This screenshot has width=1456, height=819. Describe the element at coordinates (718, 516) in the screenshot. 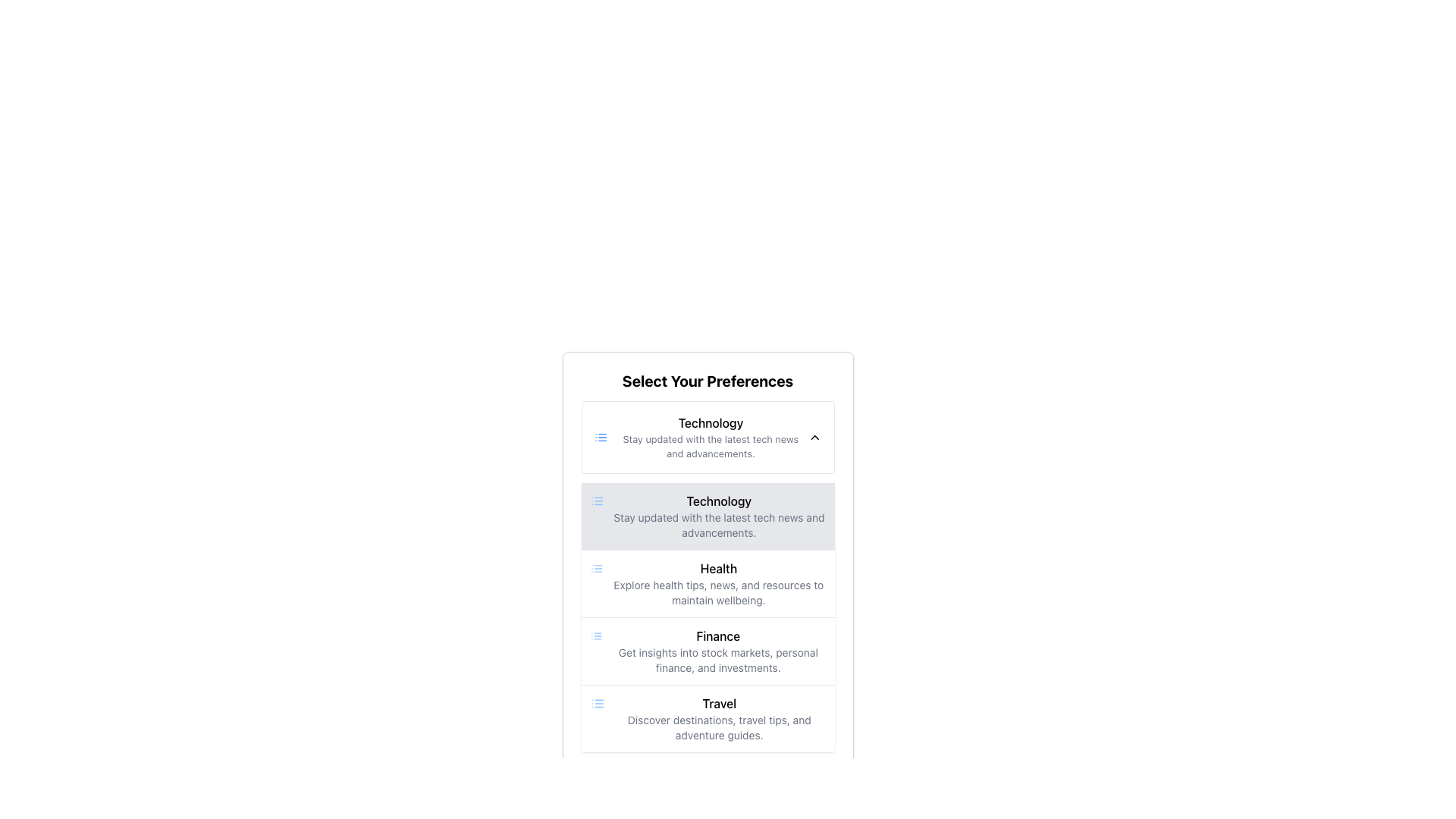

I see `the informative text block detailing 'Technology' in the 'Select Your Preferences' interface, located in the second row of the list` at that location.